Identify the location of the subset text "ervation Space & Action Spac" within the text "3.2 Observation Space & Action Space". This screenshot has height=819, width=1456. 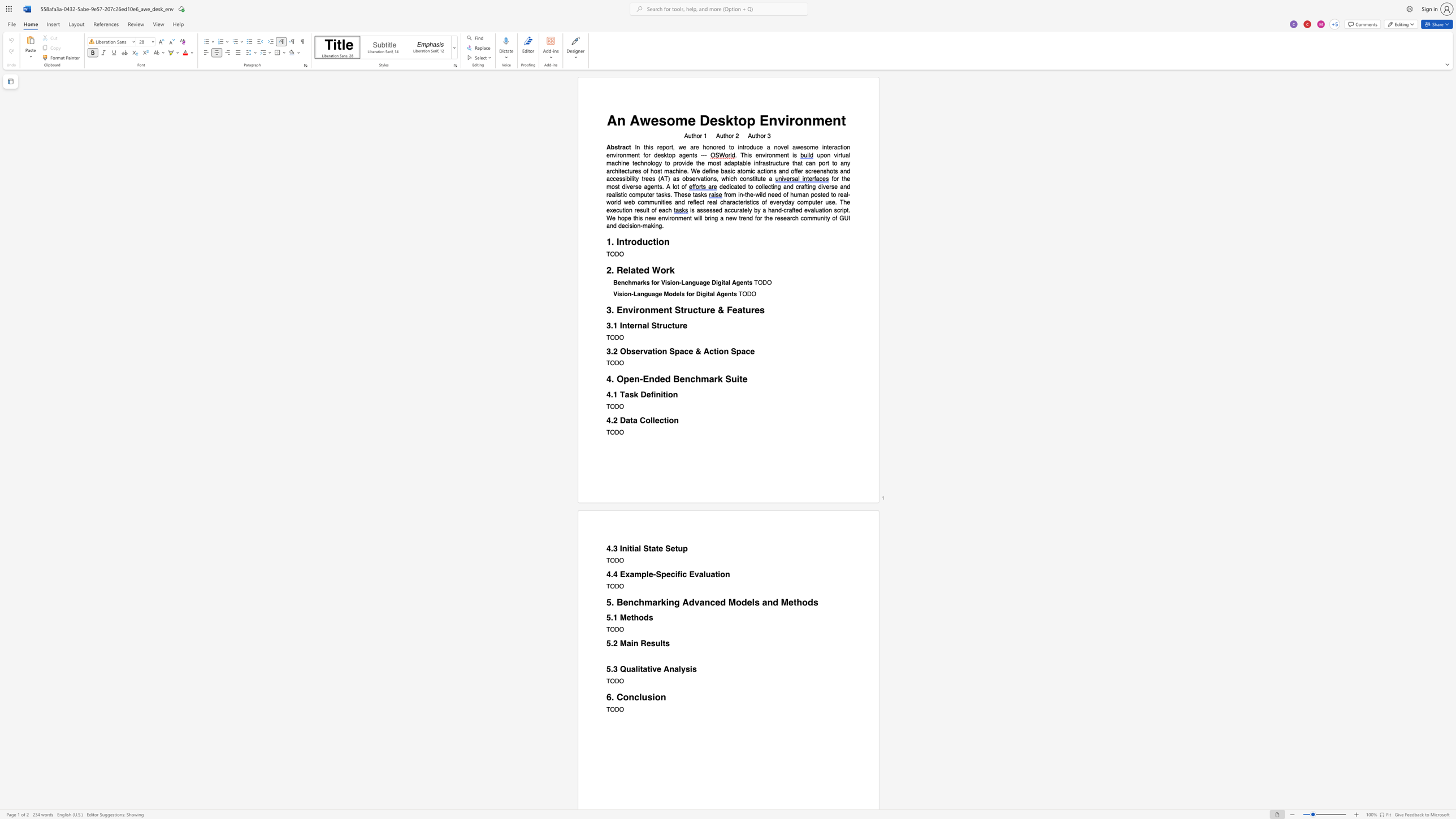
(635, 351).